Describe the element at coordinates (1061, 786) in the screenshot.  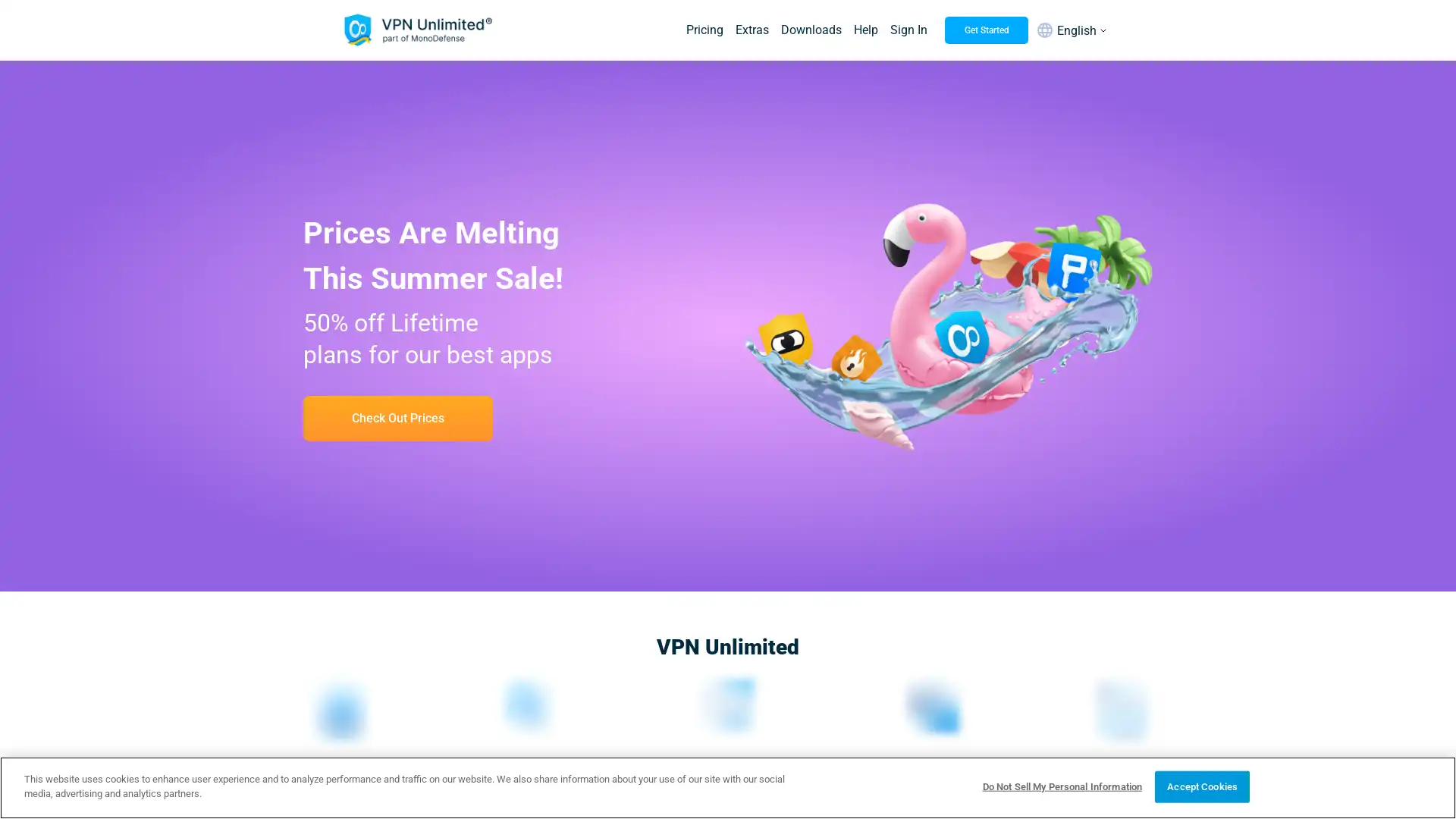
I see `Do Not Sell My Personal Information` at that location.